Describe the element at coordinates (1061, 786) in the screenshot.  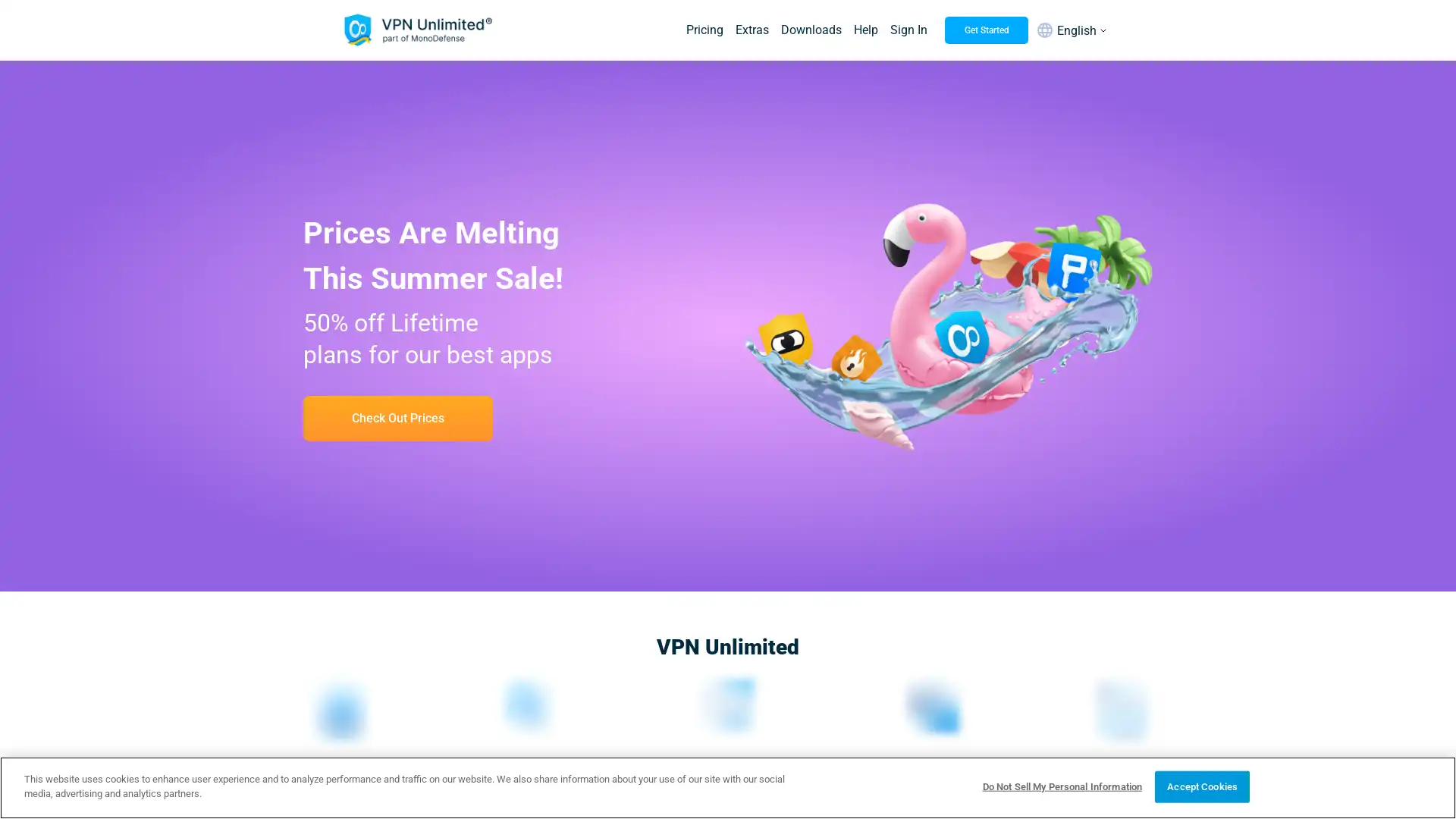
I see `Do Not Sell My Personal Information` at that location.